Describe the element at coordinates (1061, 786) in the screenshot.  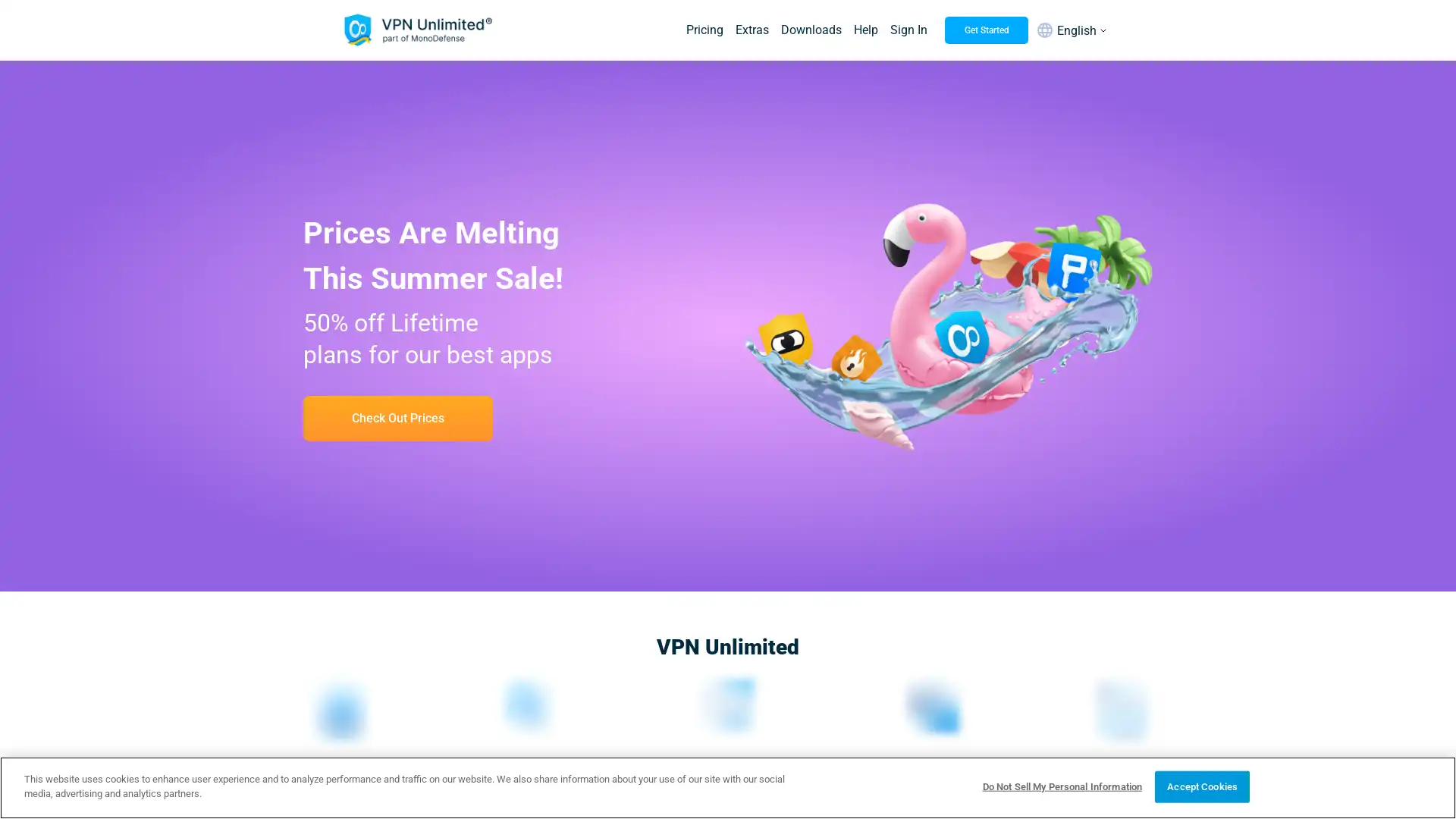
I see `Do Not Sell My Personal Information` at that location.